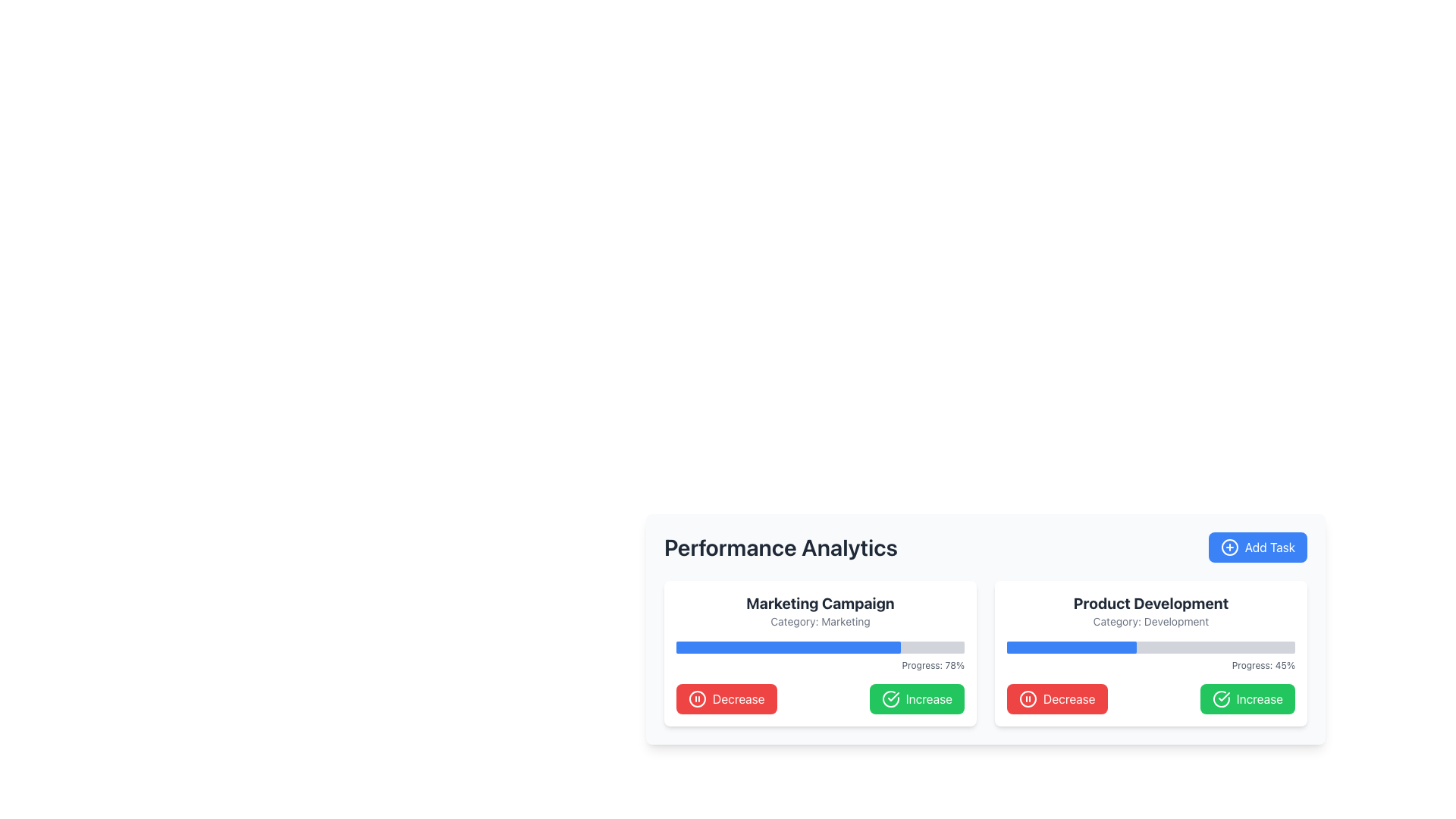  What do you see at coordinates (1056, 698) in the screenshot?
I see `the red 'Decrease' button with a pause icon, which is the first button in the row below the progress bar` at bounding box center [1056, 698].